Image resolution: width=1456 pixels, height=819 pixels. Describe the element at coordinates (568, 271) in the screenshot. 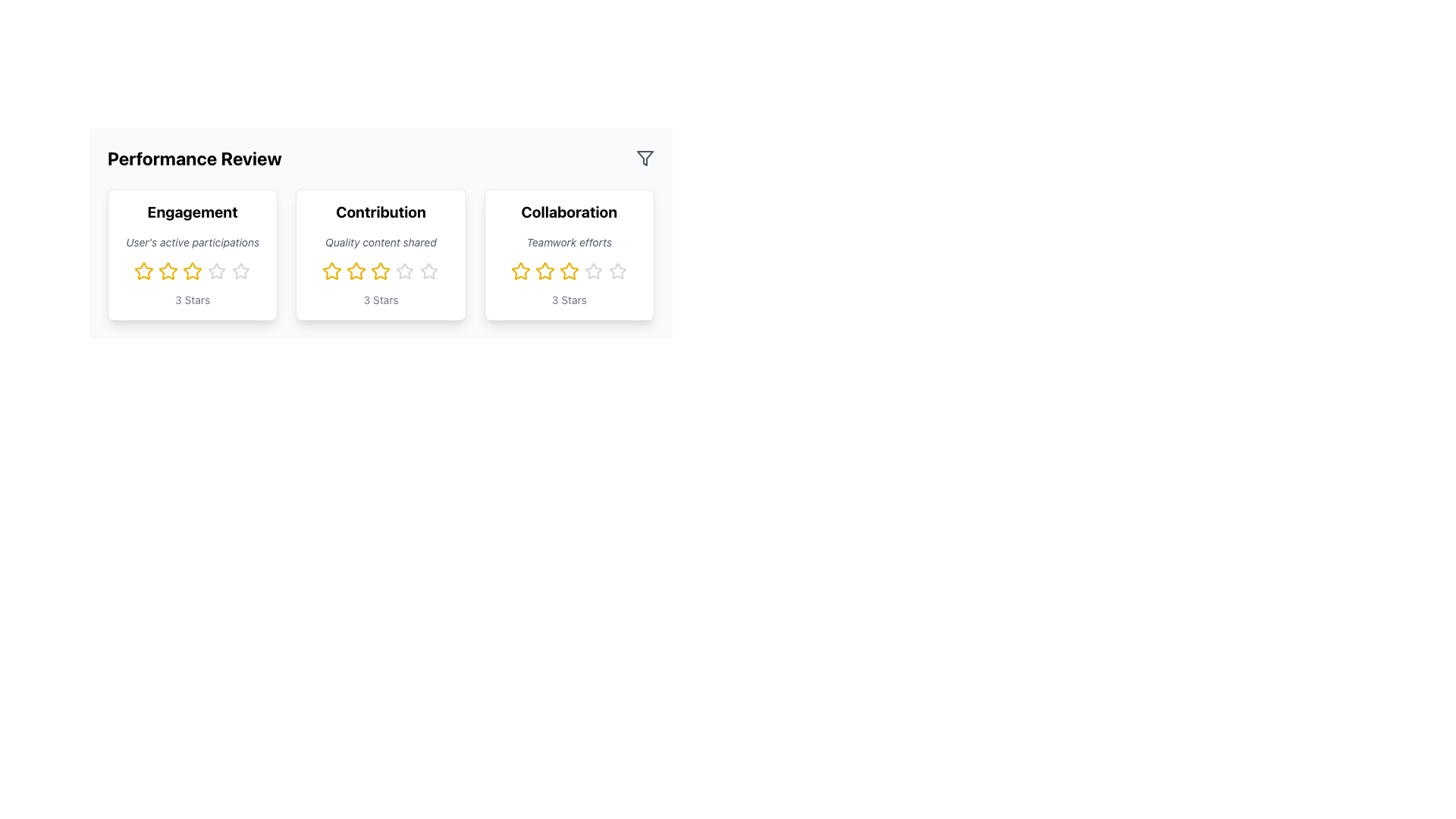

I see `the third filled yellow star icon in the horizontal row of five stars in the 'Collaboration' rating section to modify the rating` at that location.